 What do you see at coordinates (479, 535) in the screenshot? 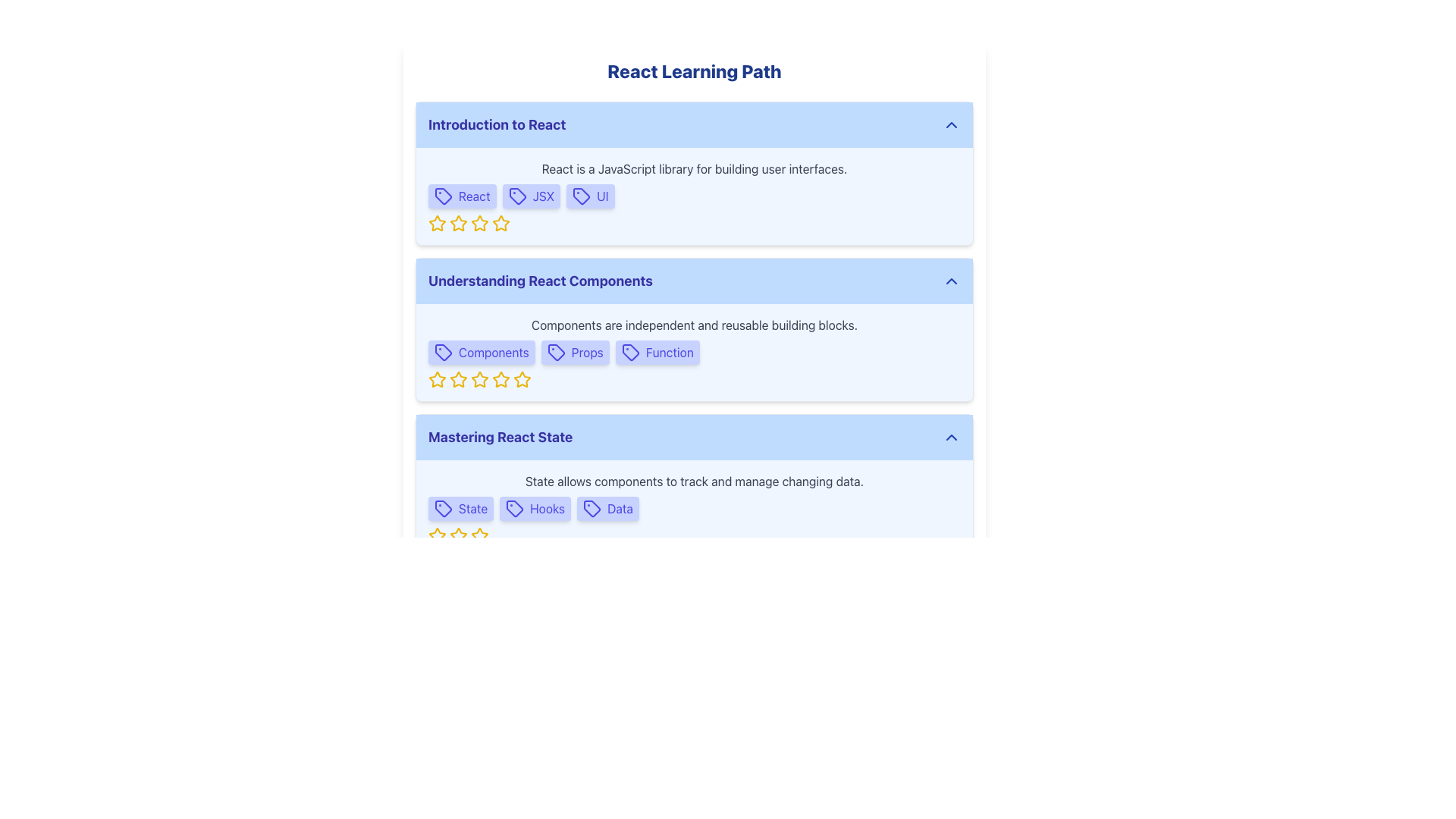
I see `the fifth yellow star icon in the rating system located at the bottom of the 'Mastering React State' section` at bounding box center [479, 535].